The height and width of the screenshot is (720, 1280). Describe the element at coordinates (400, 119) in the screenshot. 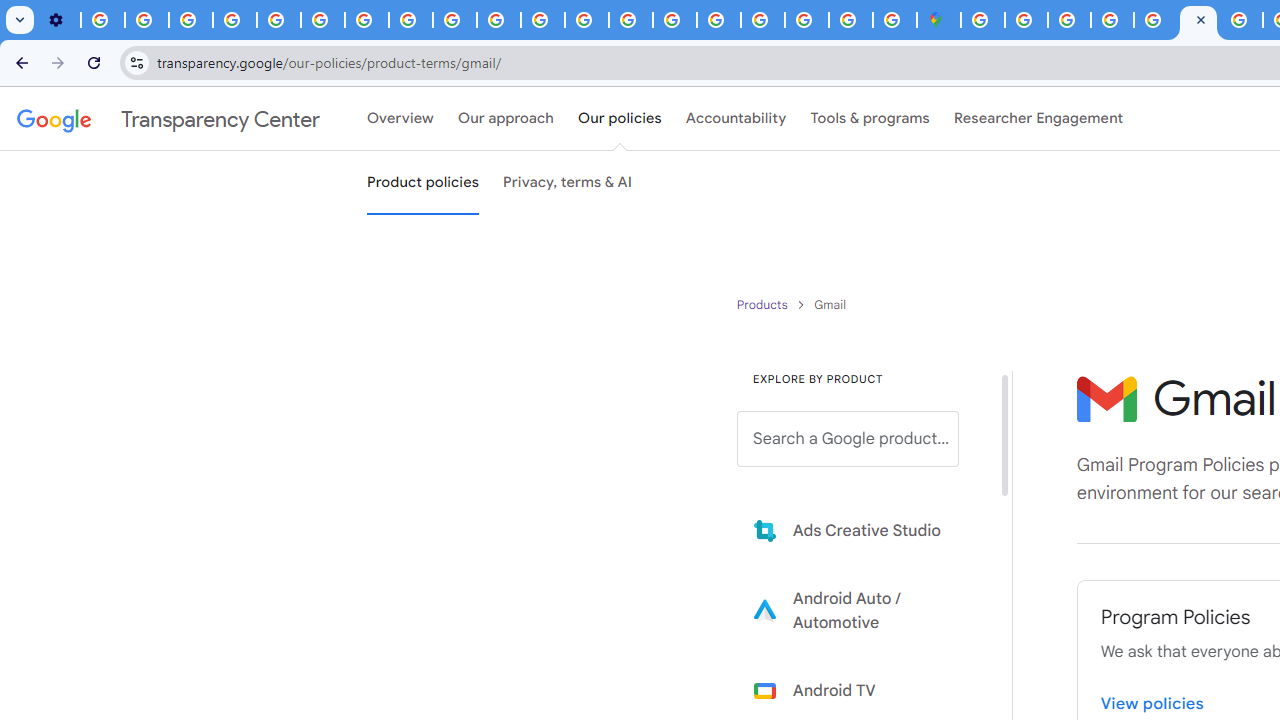

I see `'Overview'` at that location.